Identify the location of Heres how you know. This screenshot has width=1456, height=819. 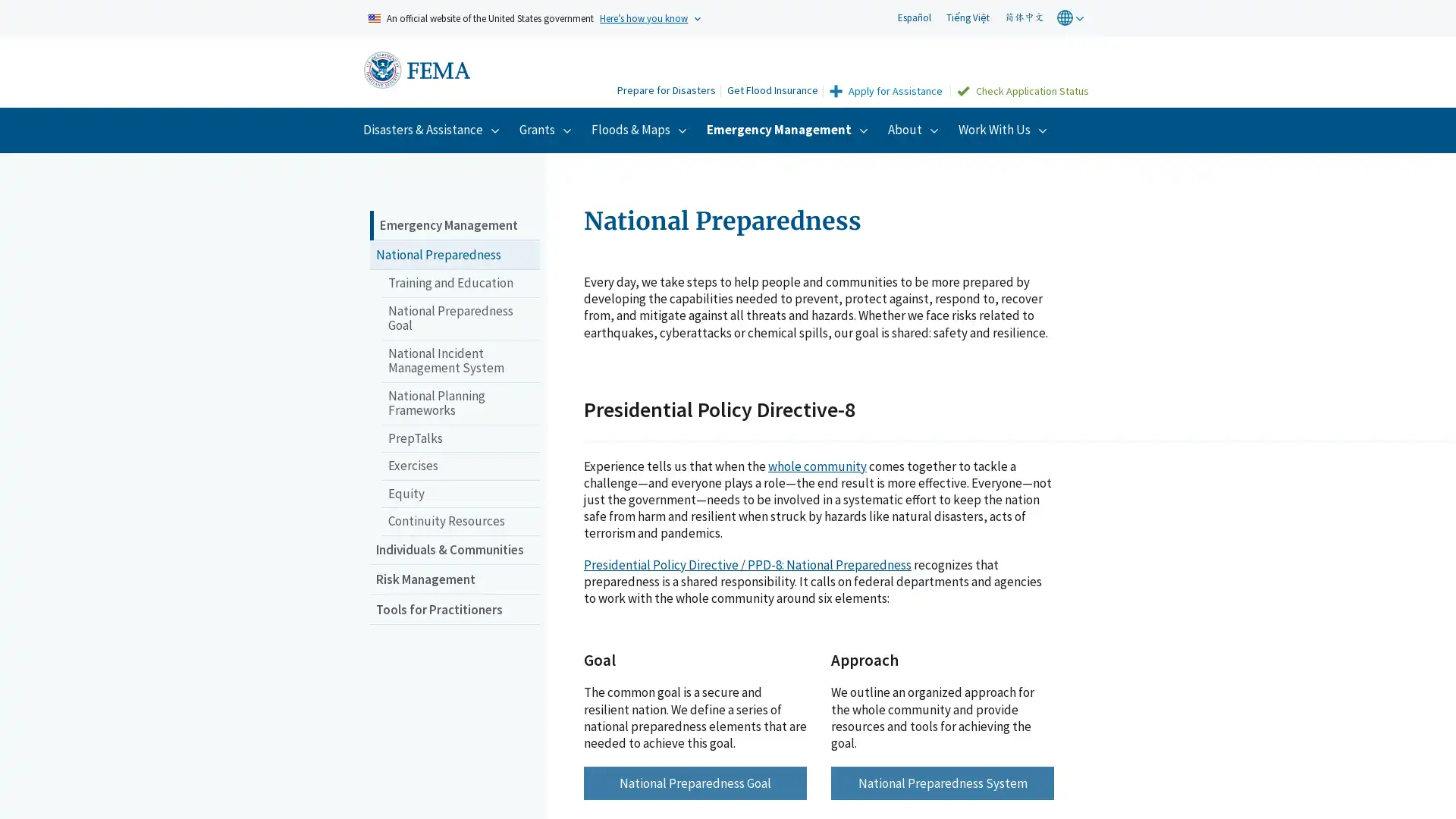
(644, 17).